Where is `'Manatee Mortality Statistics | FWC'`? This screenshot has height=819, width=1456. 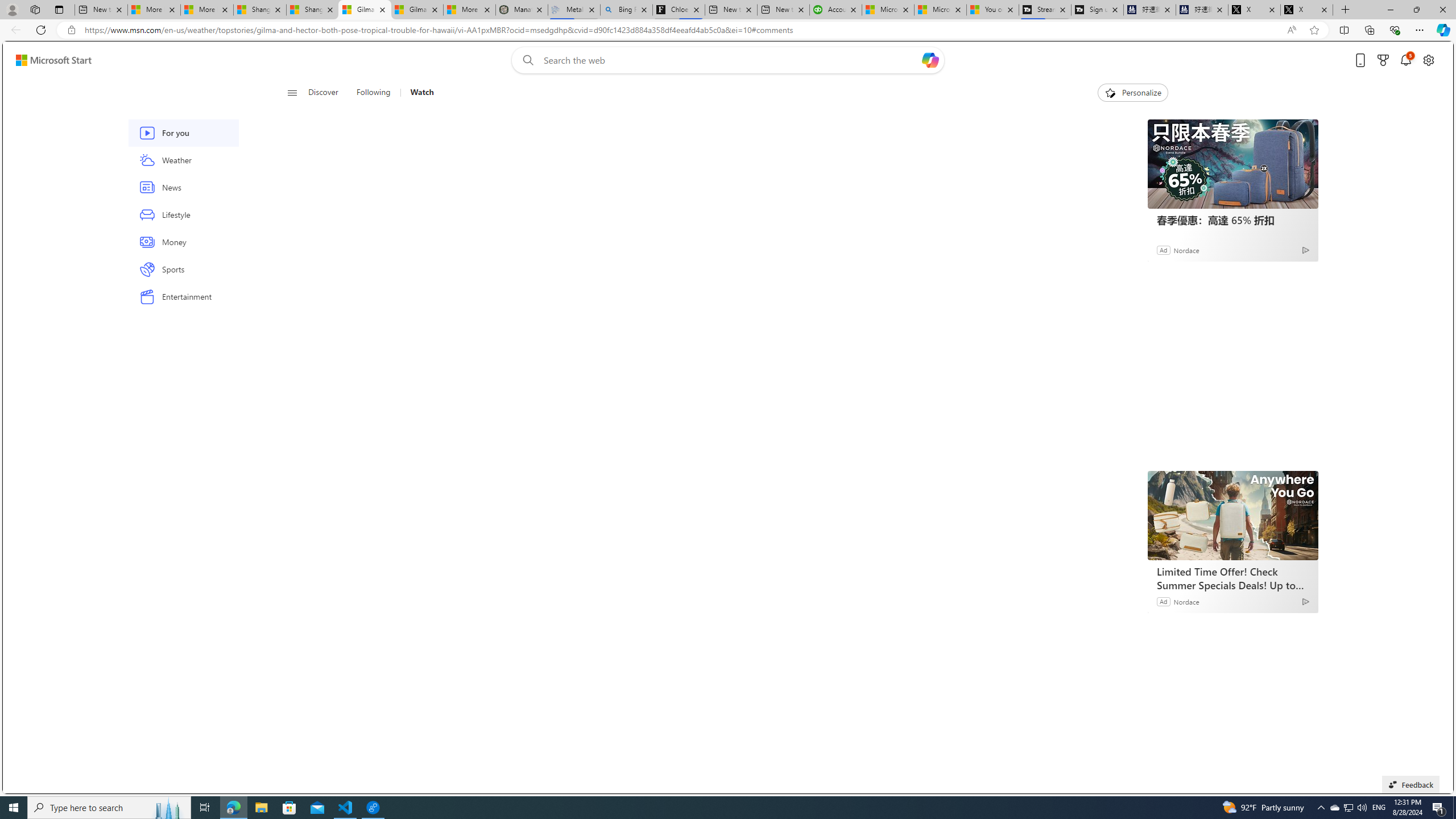
'Manatee Mortality Statistics | FWC' is located at coordinates (522, 9).